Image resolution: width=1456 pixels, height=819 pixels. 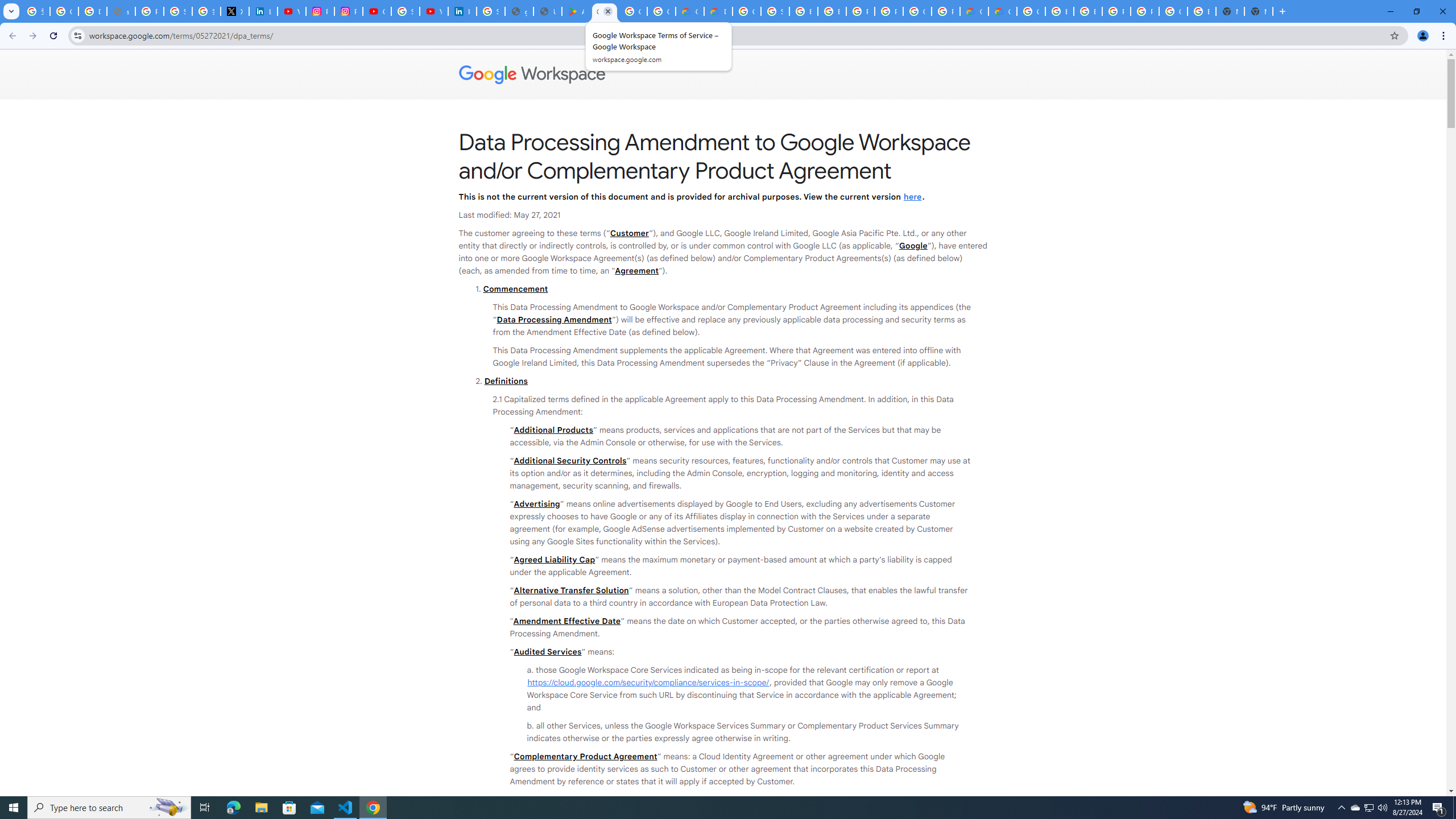 I want to click on 'Google Cloud Platform', so click(x=1030, y=11).